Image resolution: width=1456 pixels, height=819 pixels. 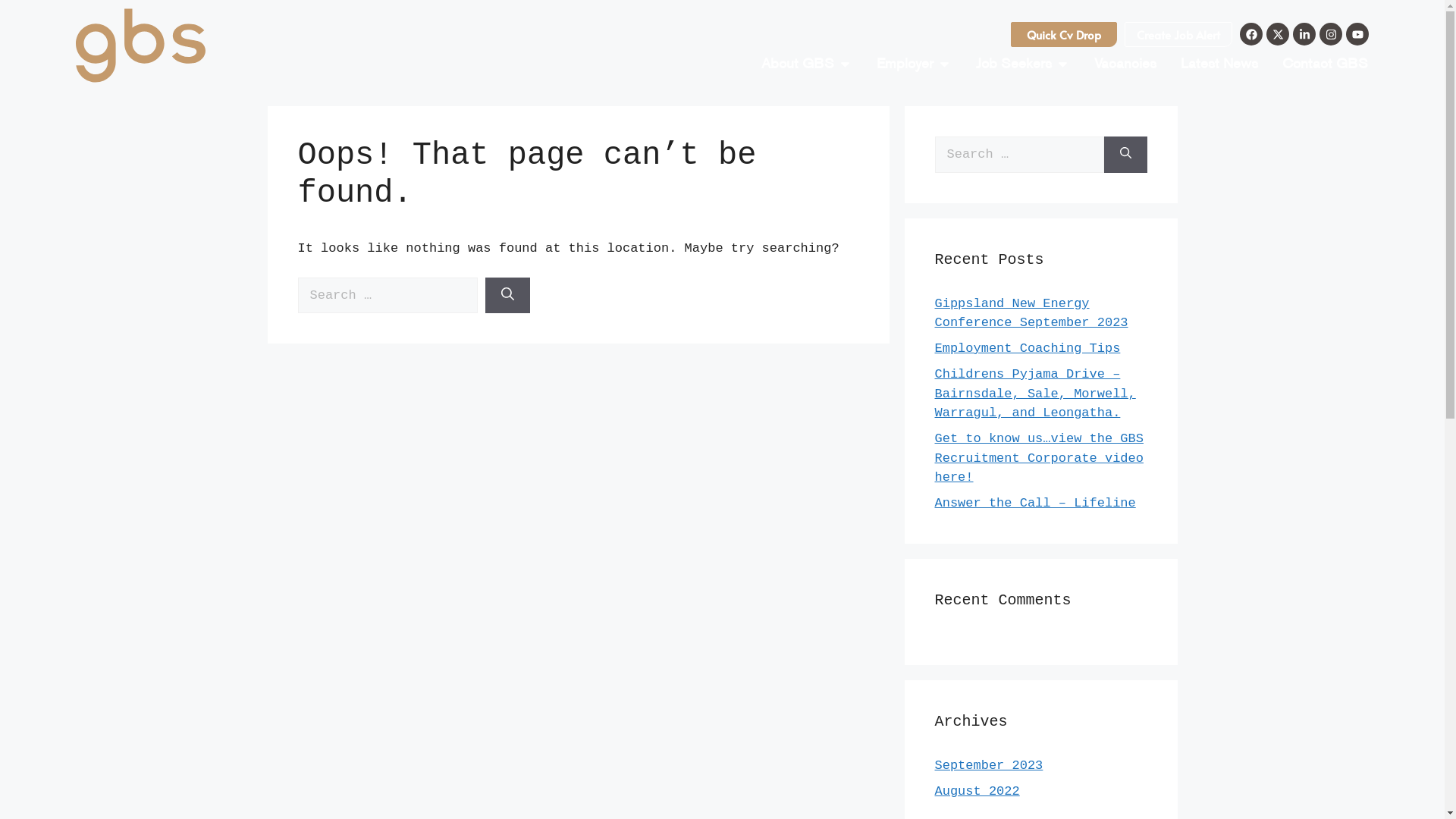 I want to click on 'About GBS', so click(x=796, y=63).